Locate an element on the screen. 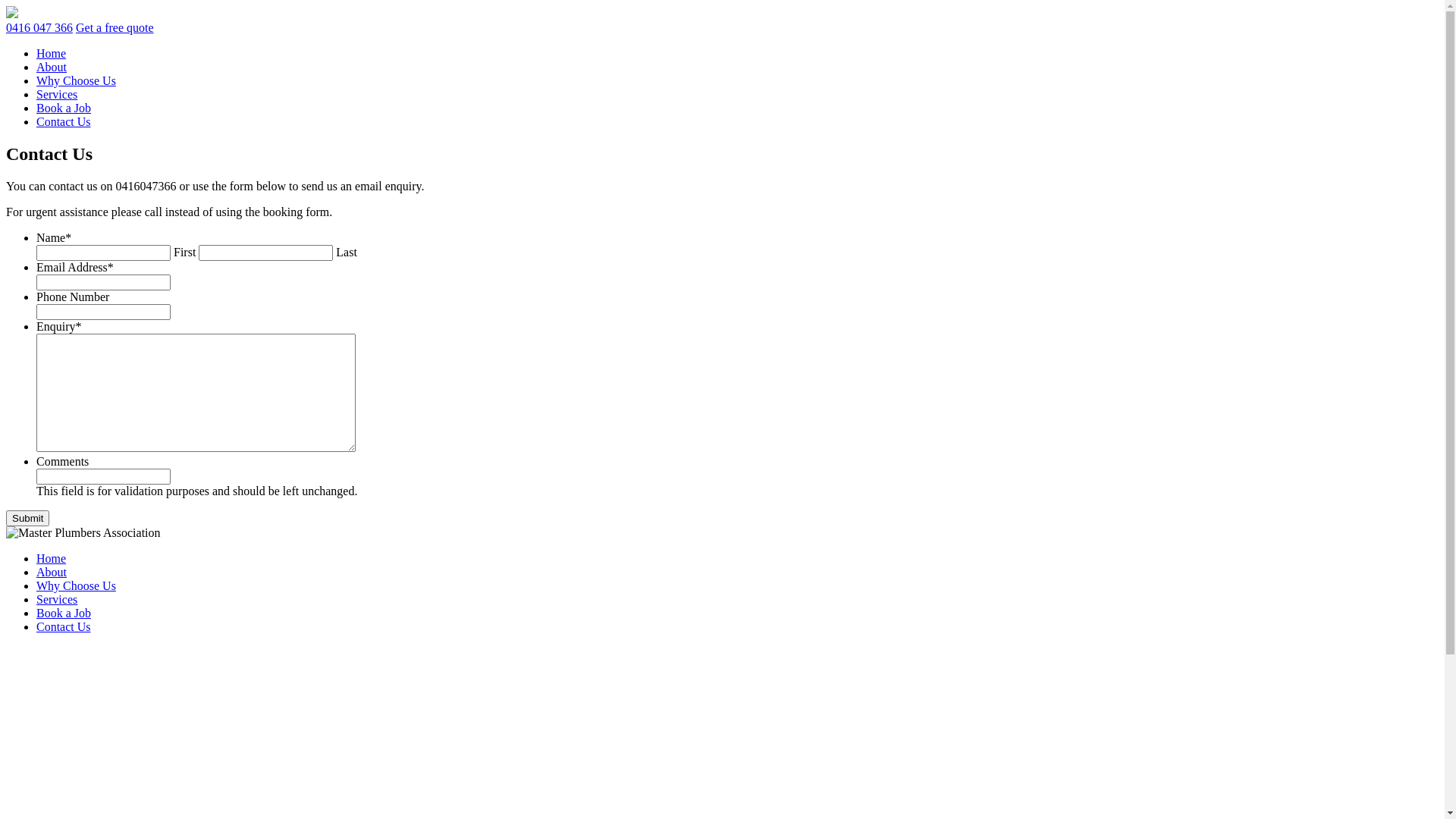 The width and height of the screenshot is (1456, 819). 'About' is located at coordinates (51, 66).